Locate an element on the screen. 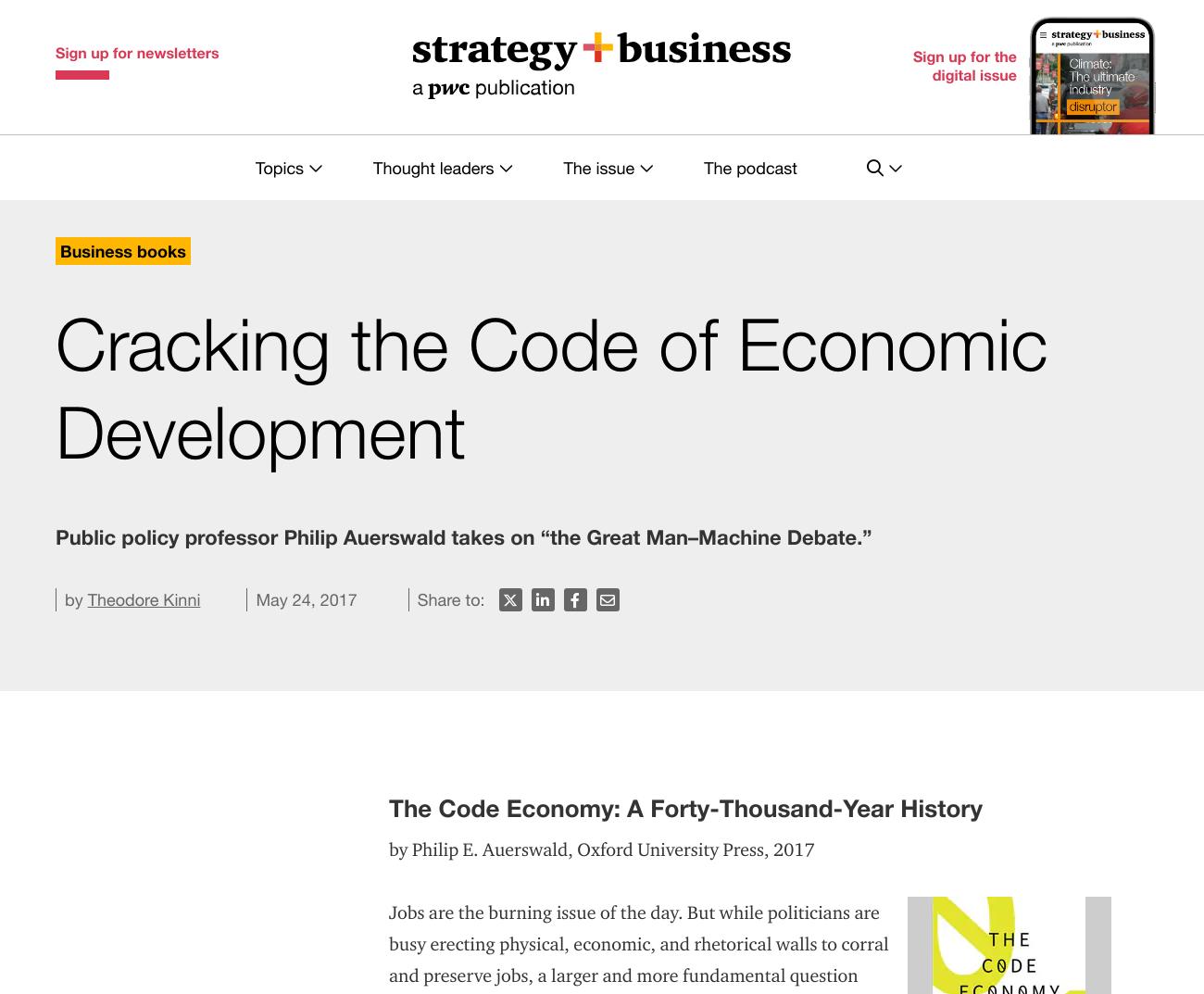 The width and height of the screenshot is (1204, 994). 'b' is located at coordinates (69, 892).